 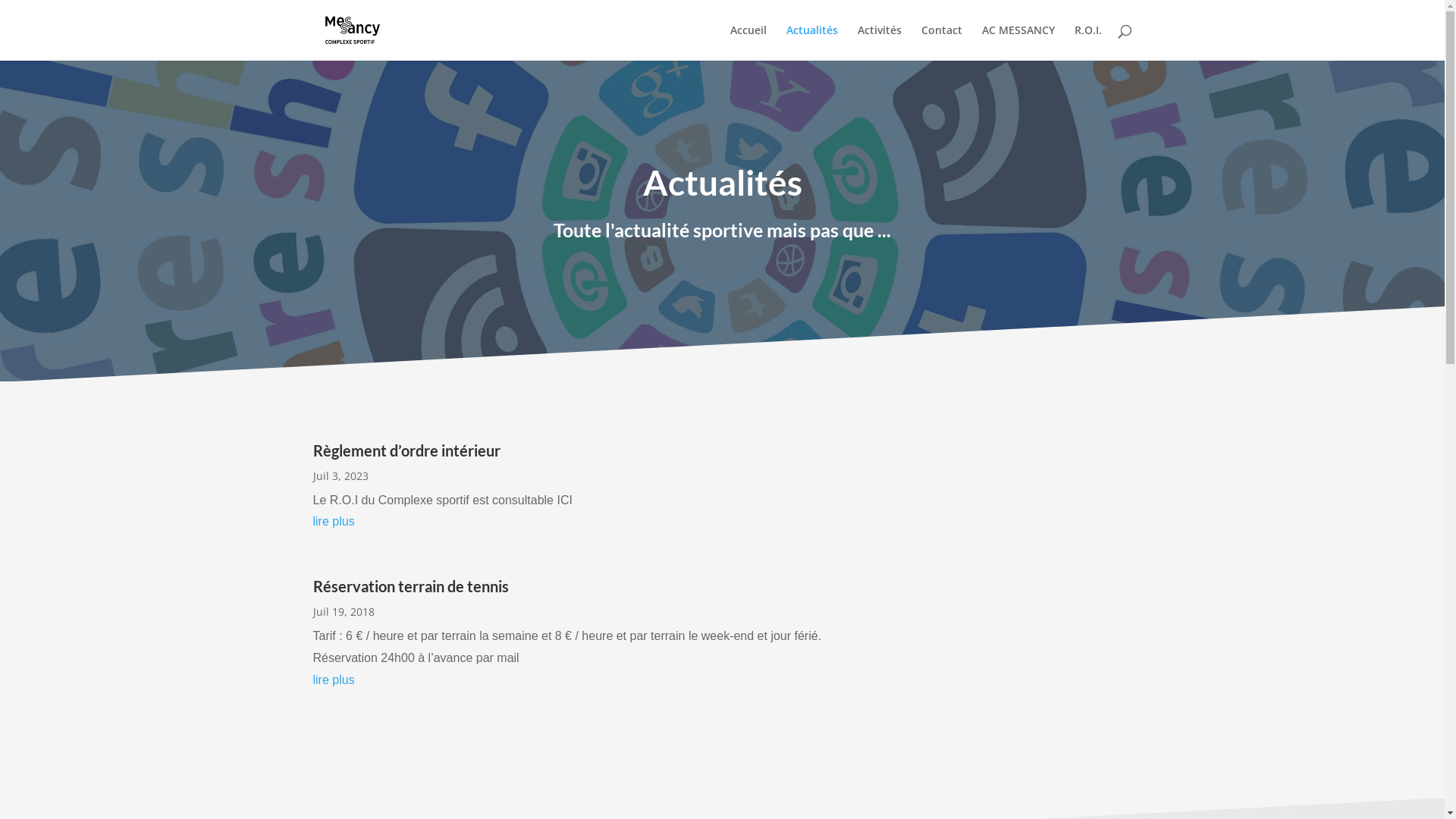 I want to click on 'Contact', so click(x=940, y=42).